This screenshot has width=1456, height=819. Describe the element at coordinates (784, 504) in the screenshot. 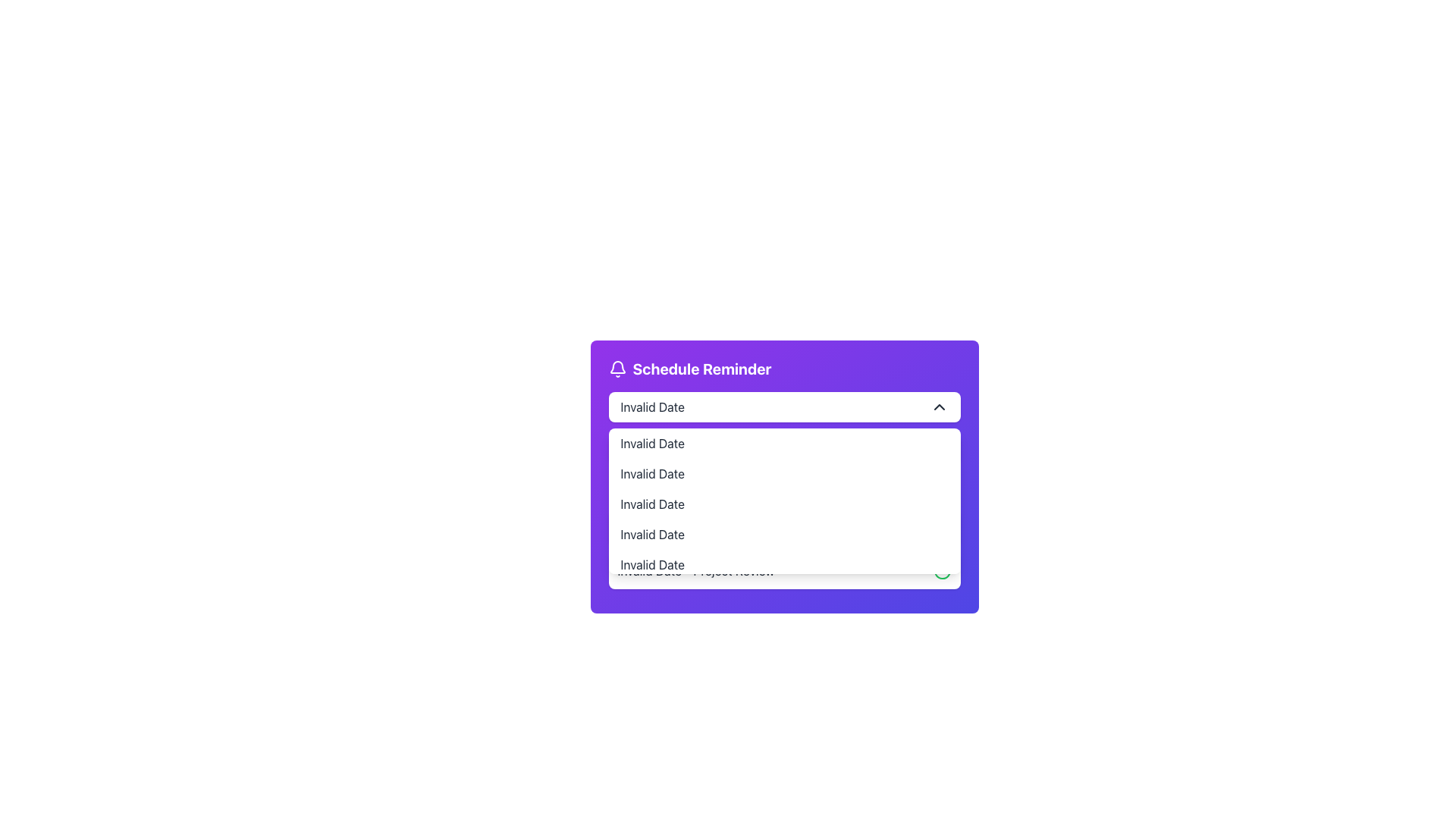

I see `the third list item labeled 'Invalid Date' in the dropdown menu` at that location.